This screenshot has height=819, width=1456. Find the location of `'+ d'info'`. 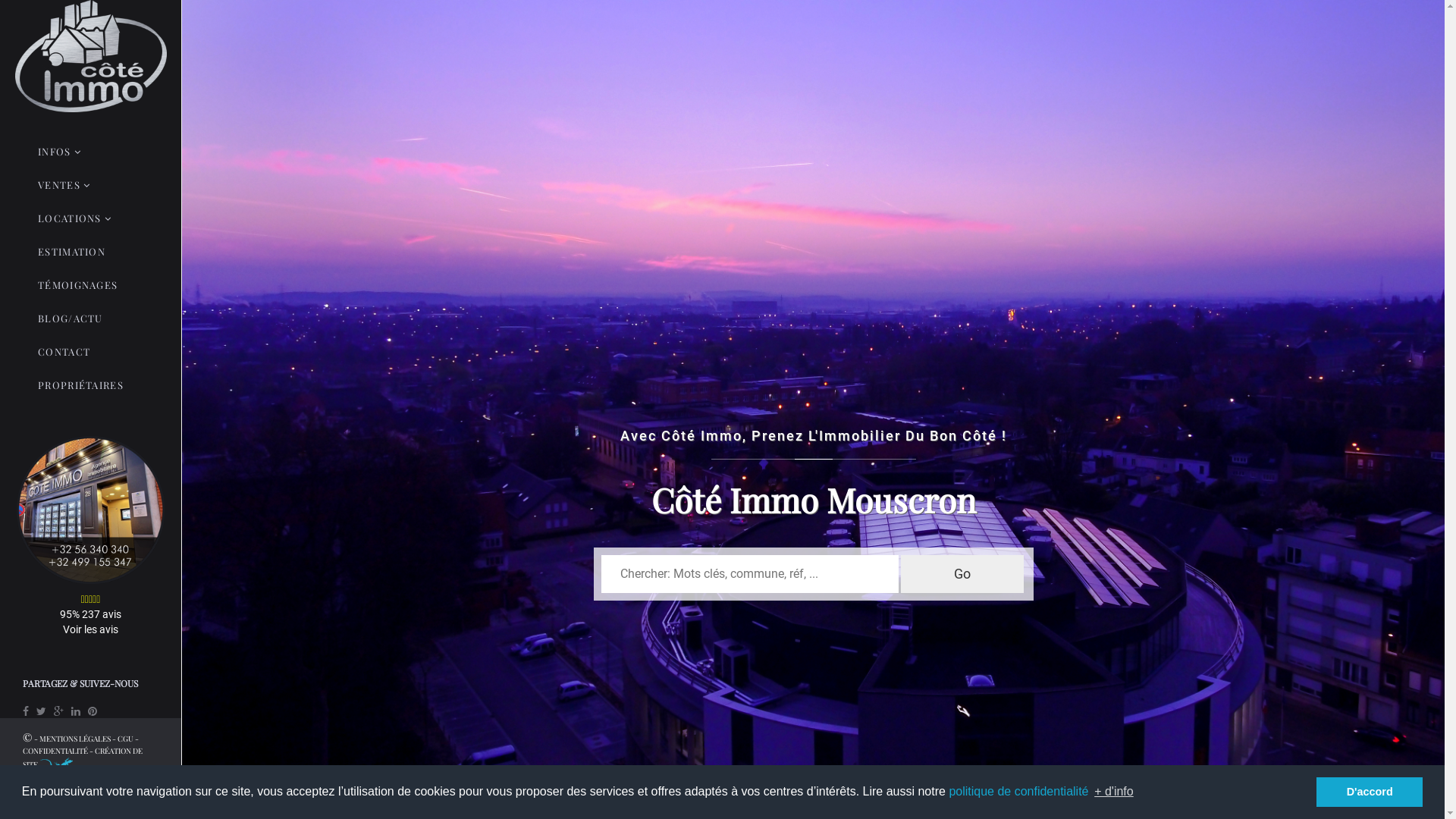

'+ d'info' is located at coordinates (1113, 791).